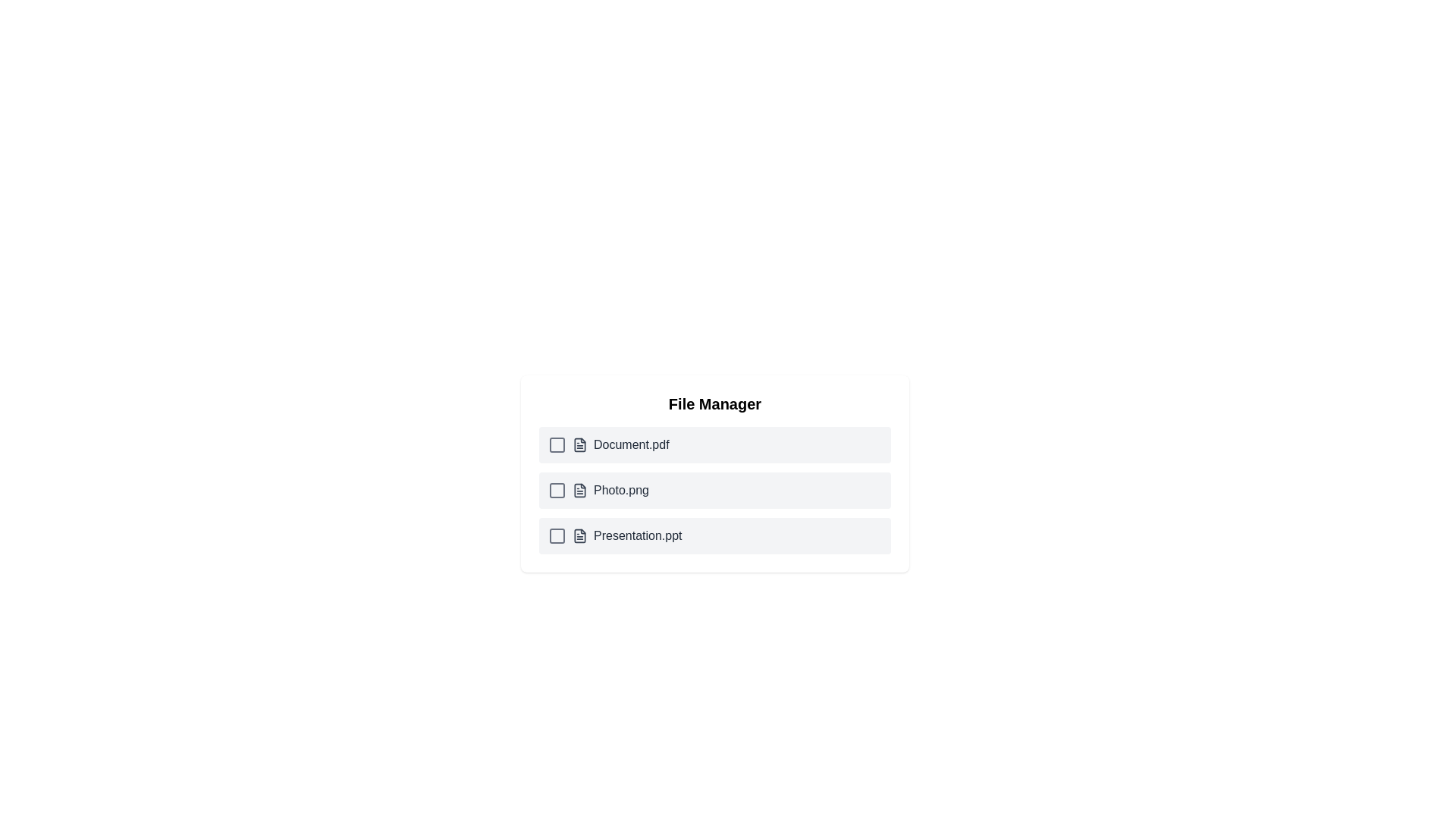 This screenshot has width=1456, height=819. I want to click on the list item labeled 'Photo.png', so click(714, 472).